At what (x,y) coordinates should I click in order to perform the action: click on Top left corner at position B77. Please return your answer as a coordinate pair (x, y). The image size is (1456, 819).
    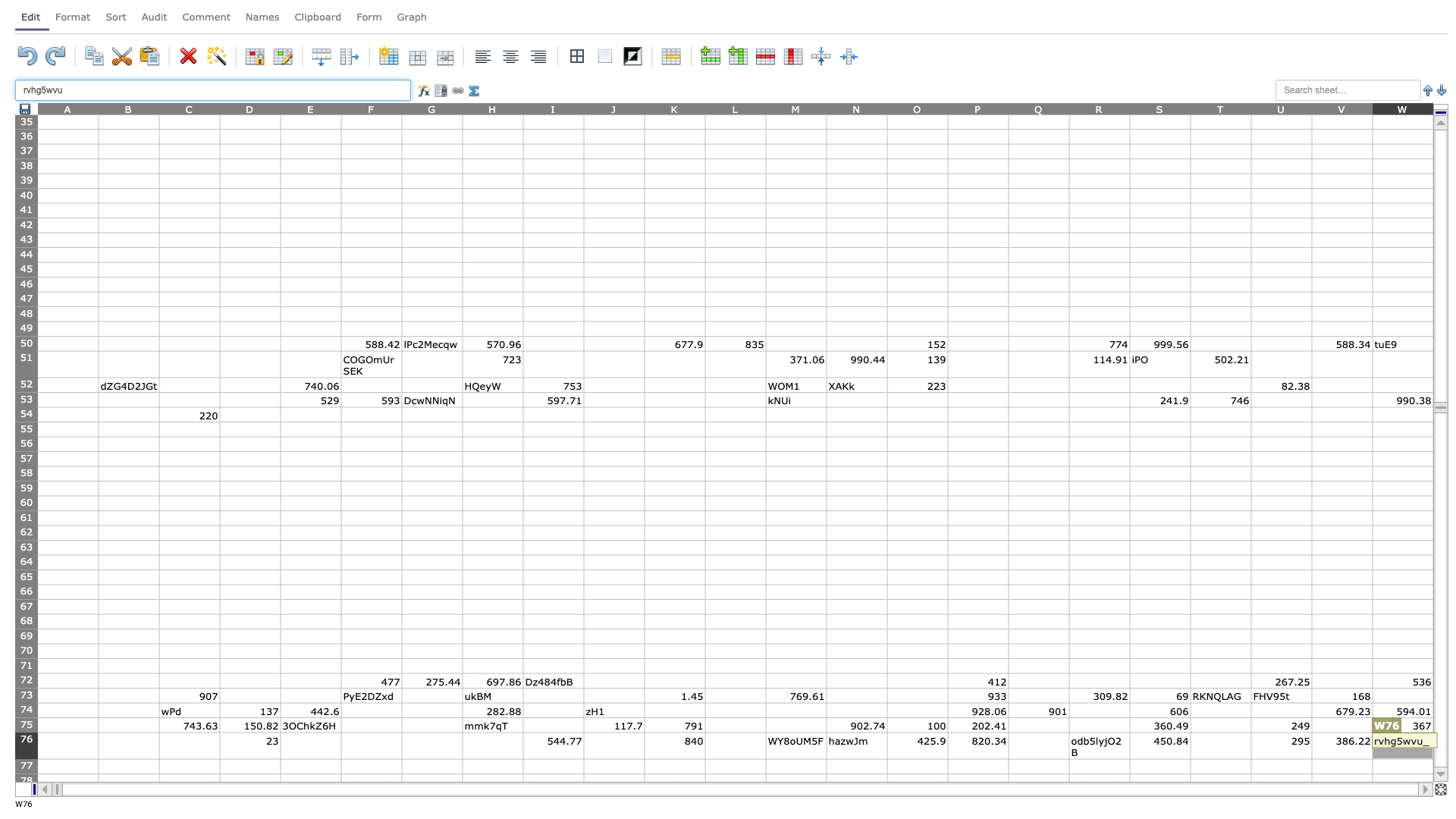
    Looking at the image, I should click on (97, 759).